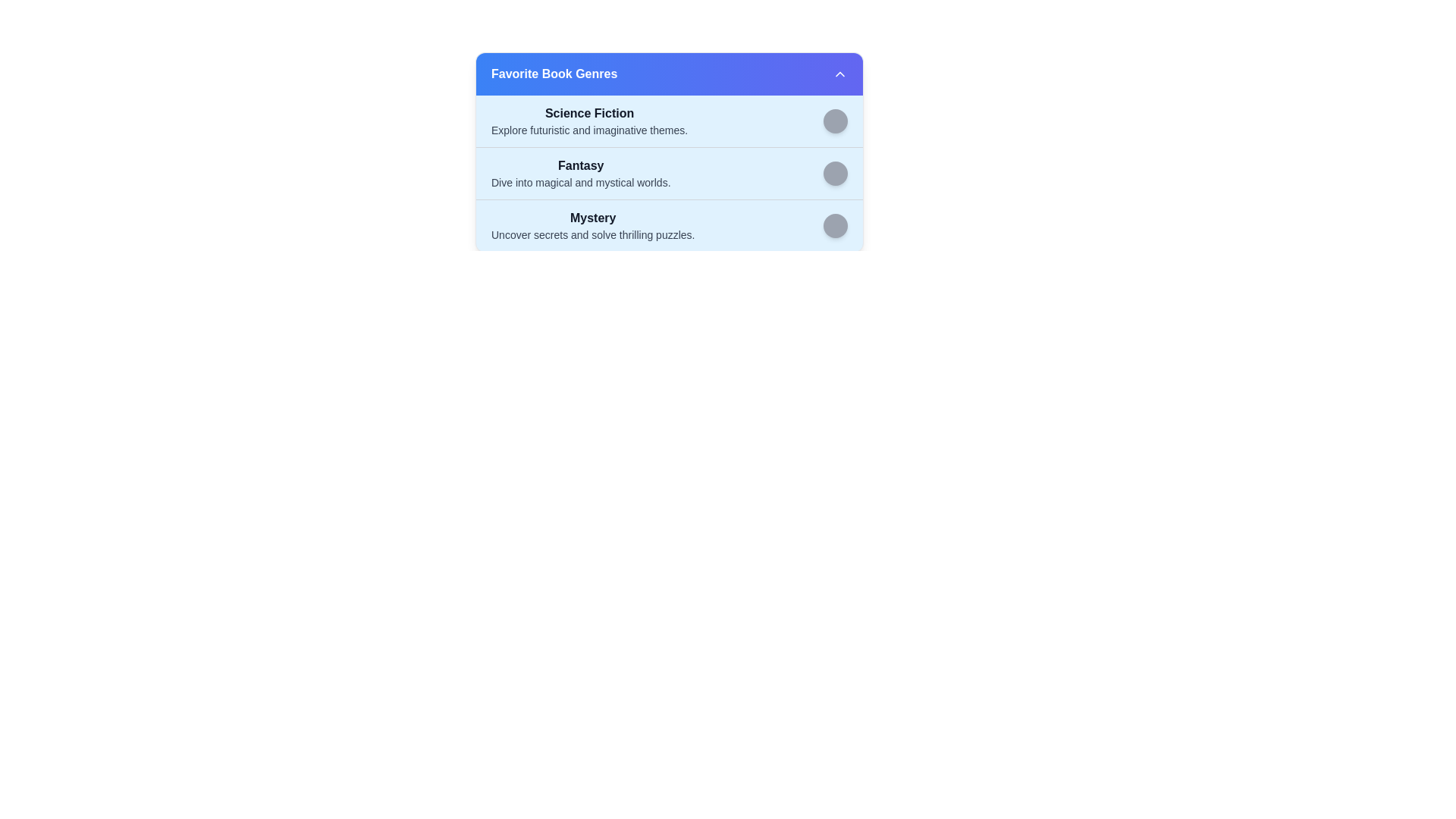 This screenshot has height=819, width=1456. Describe the element at coordinates (592, 234) in the screenshot. I see `the informational text label about the 'Mystery' genre located in the third section of the 'Favorite Book Genres' list` at that location.